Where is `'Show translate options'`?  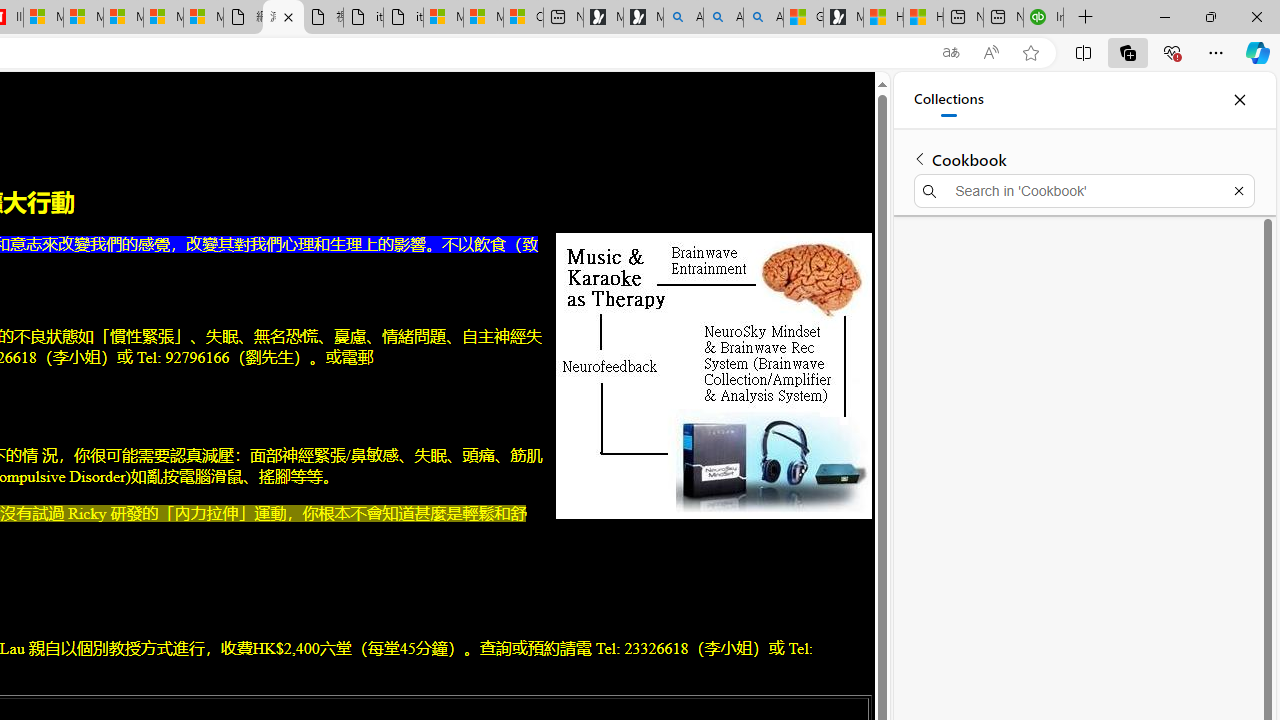
'Show translate options' is located at coordinates (950, 52).